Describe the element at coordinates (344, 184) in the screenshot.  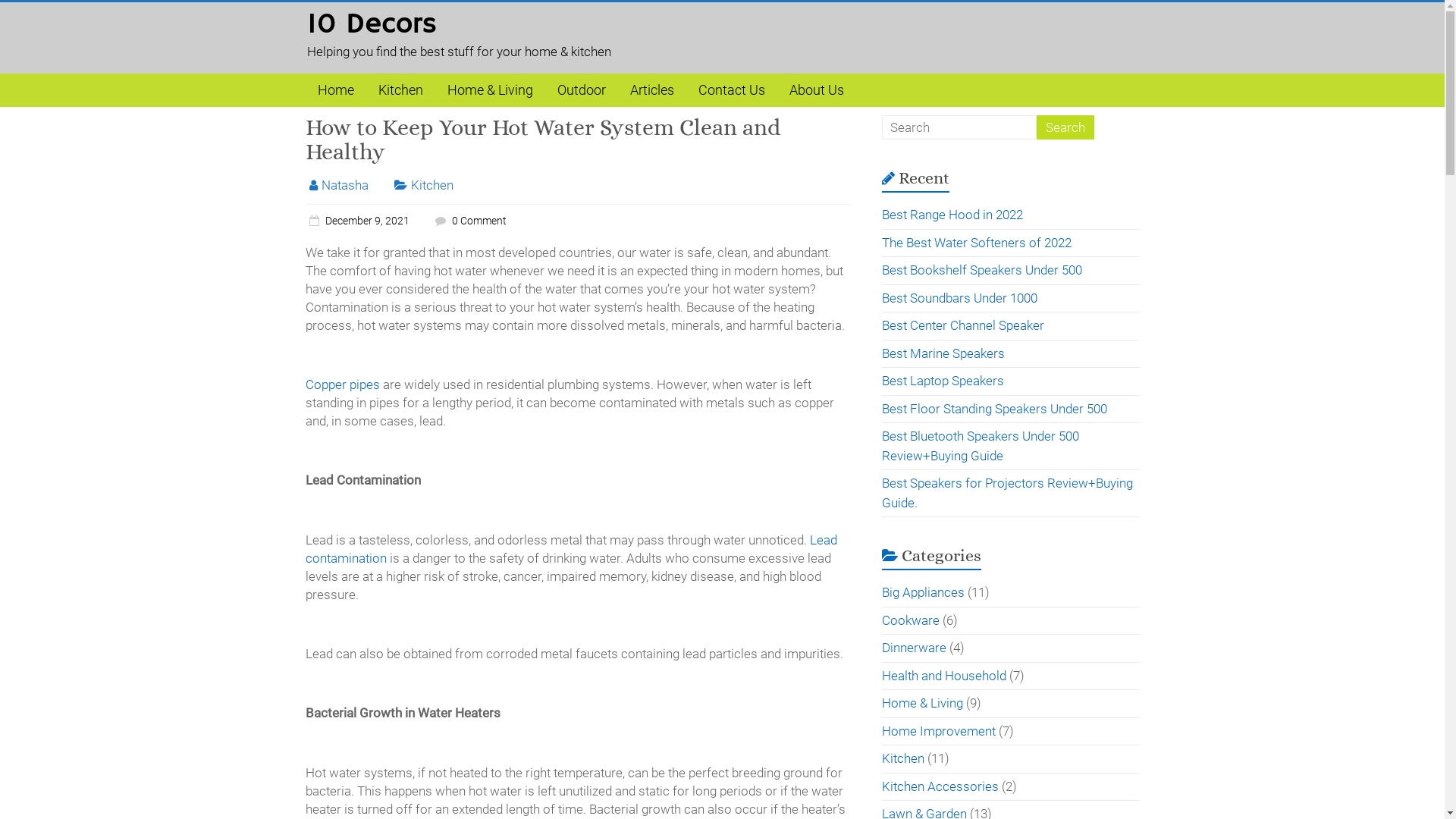
I see `'Natasha'` at that location.